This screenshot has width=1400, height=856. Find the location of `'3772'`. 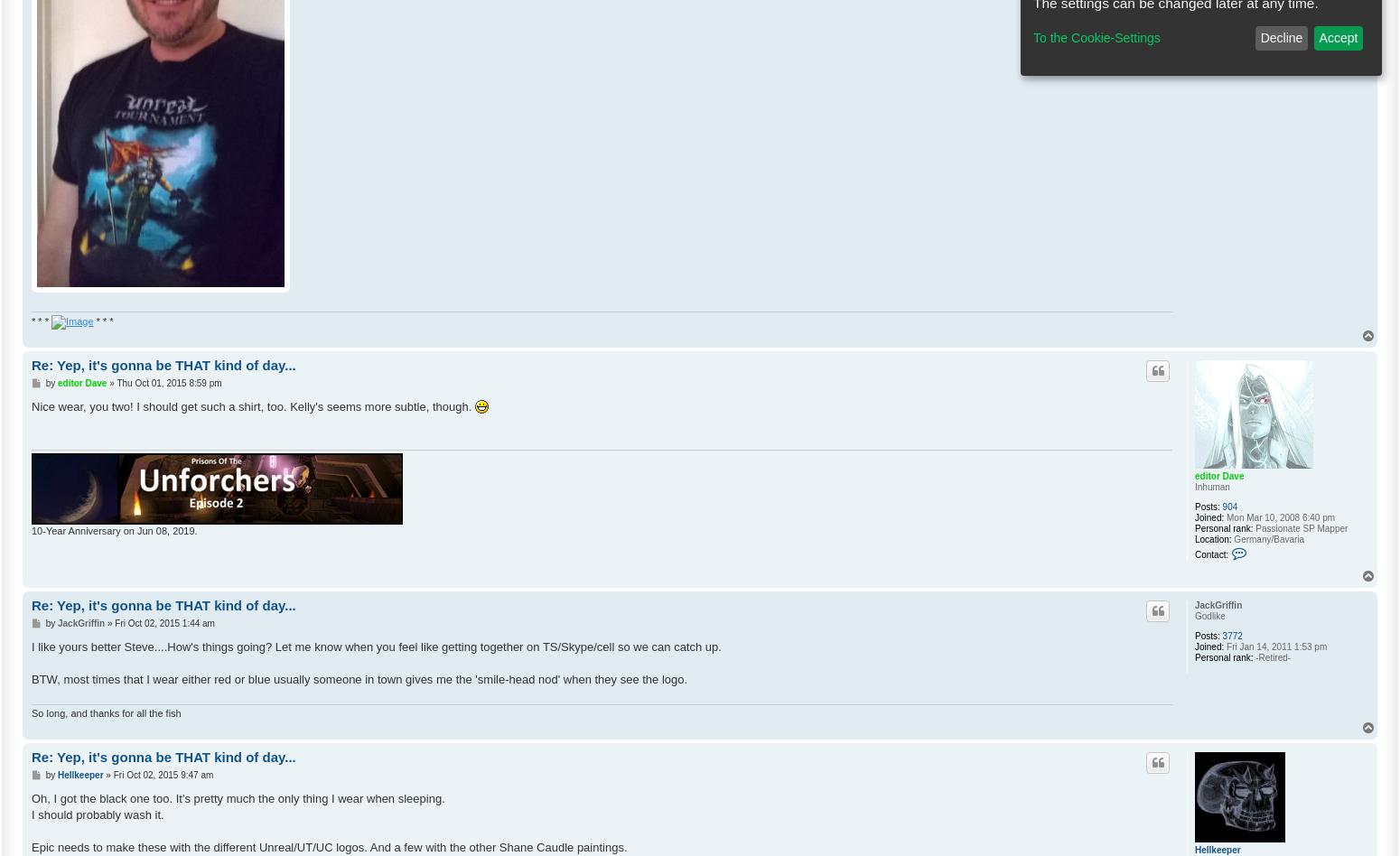

'3772' is located at coordinates (1232, 634).